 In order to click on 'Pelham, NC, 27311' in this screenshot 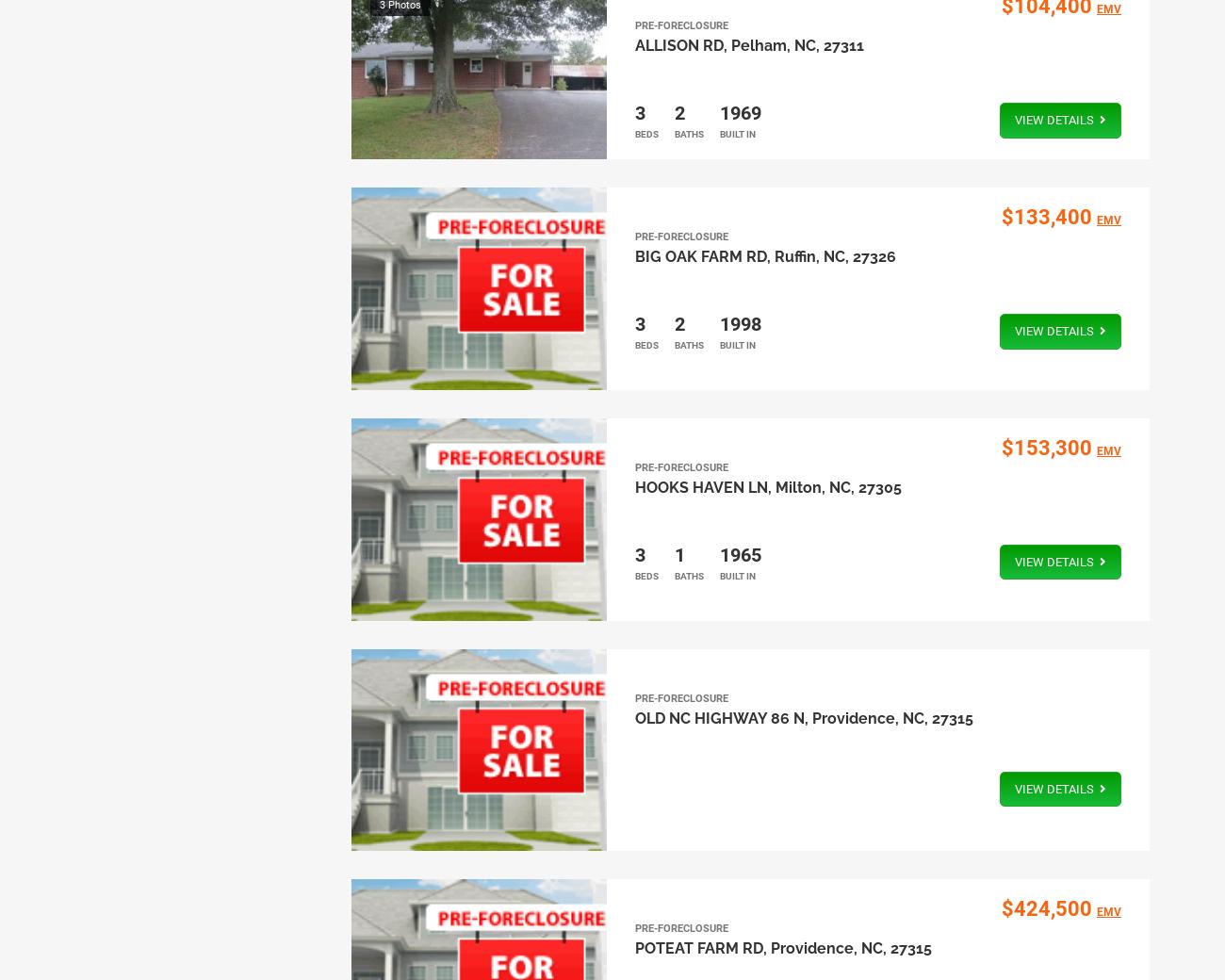, I will do `click(796, 44)`.